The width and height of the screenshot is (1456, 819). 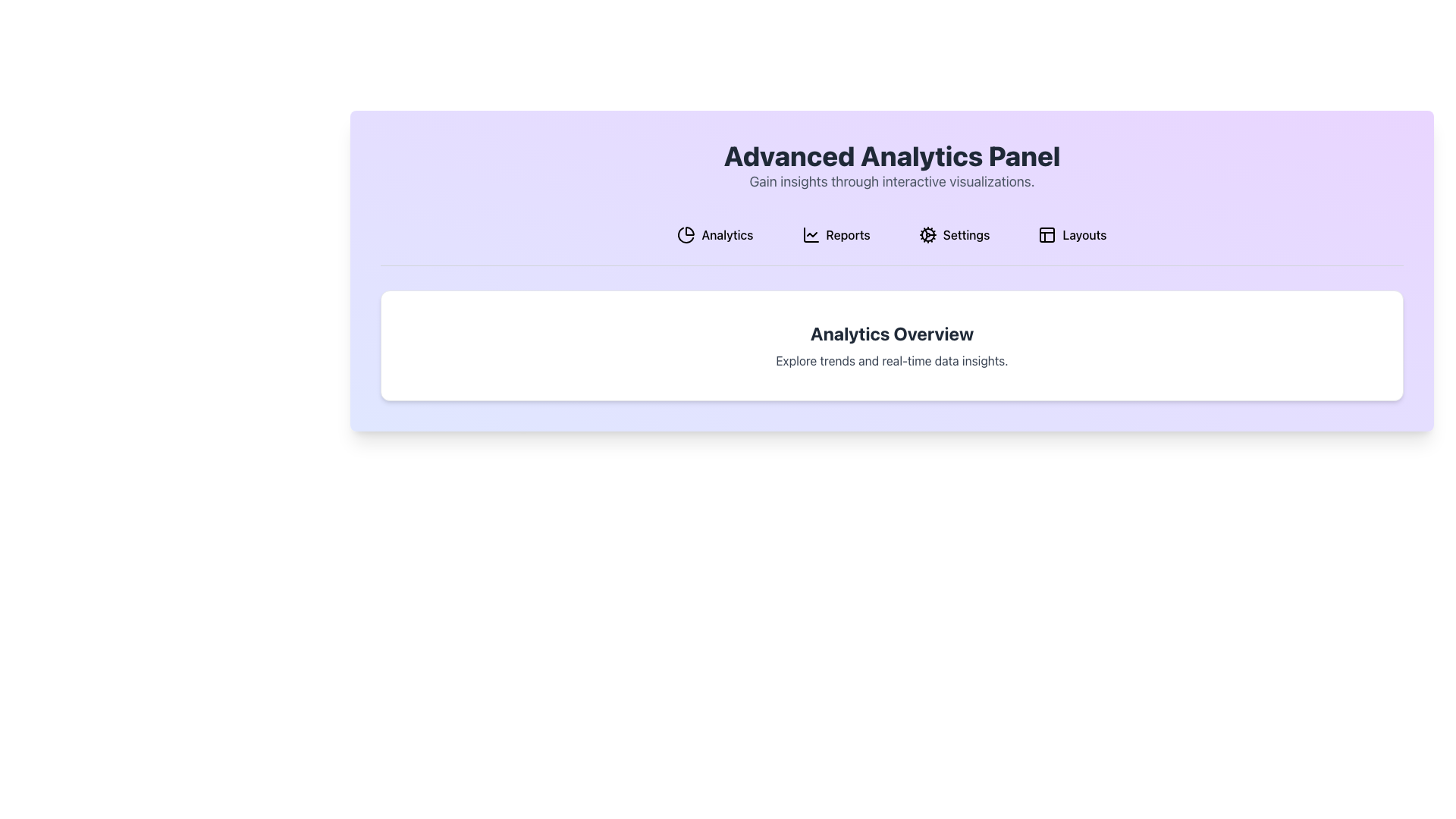 I want to click on the 'Analytics' label in the upper center of the interface, so click(x=726, y=234).